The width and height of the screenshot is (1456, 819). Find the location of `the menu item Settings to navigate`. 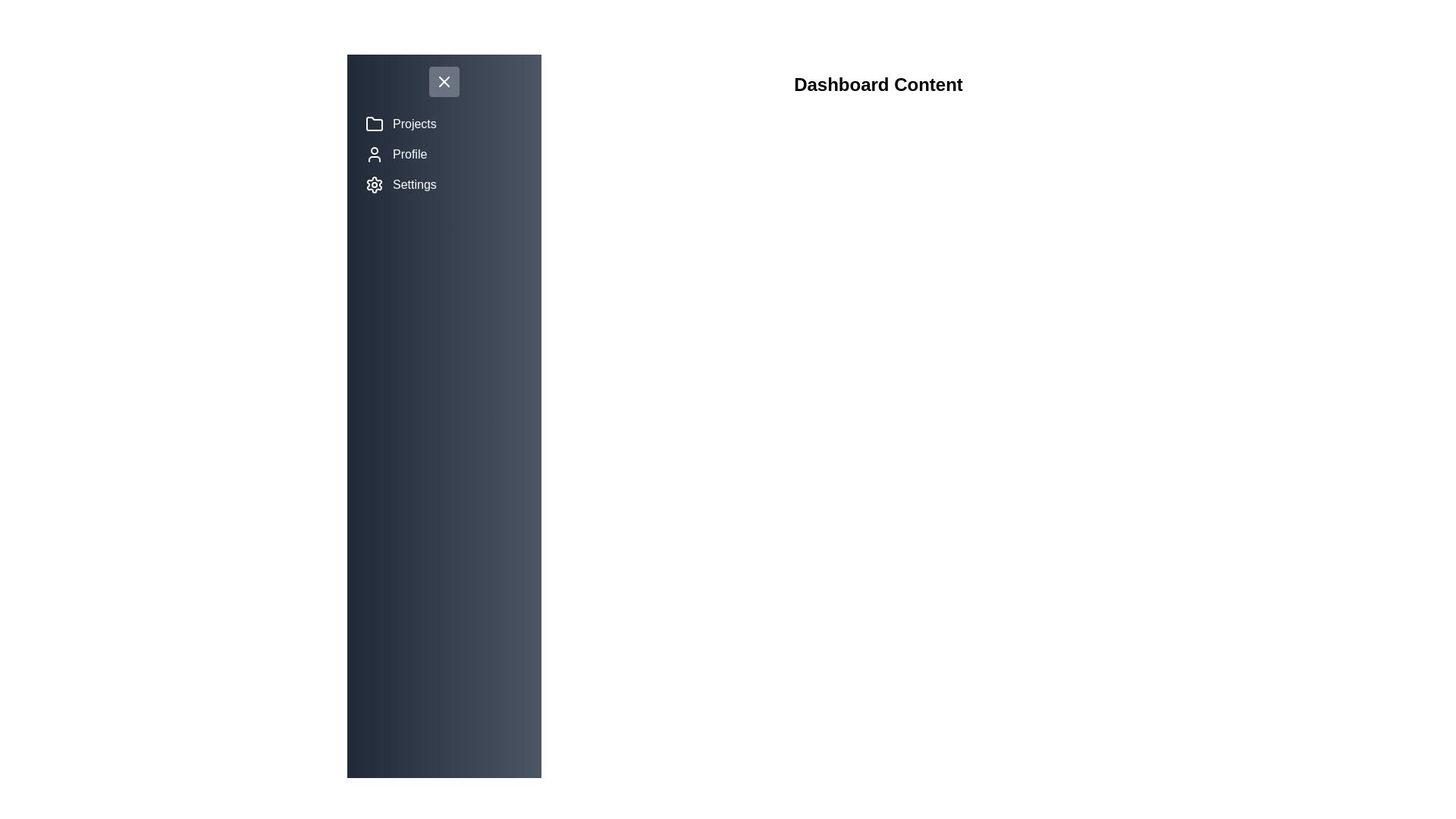

the menu item Settings to navigate is located at coordinates (443, 184).